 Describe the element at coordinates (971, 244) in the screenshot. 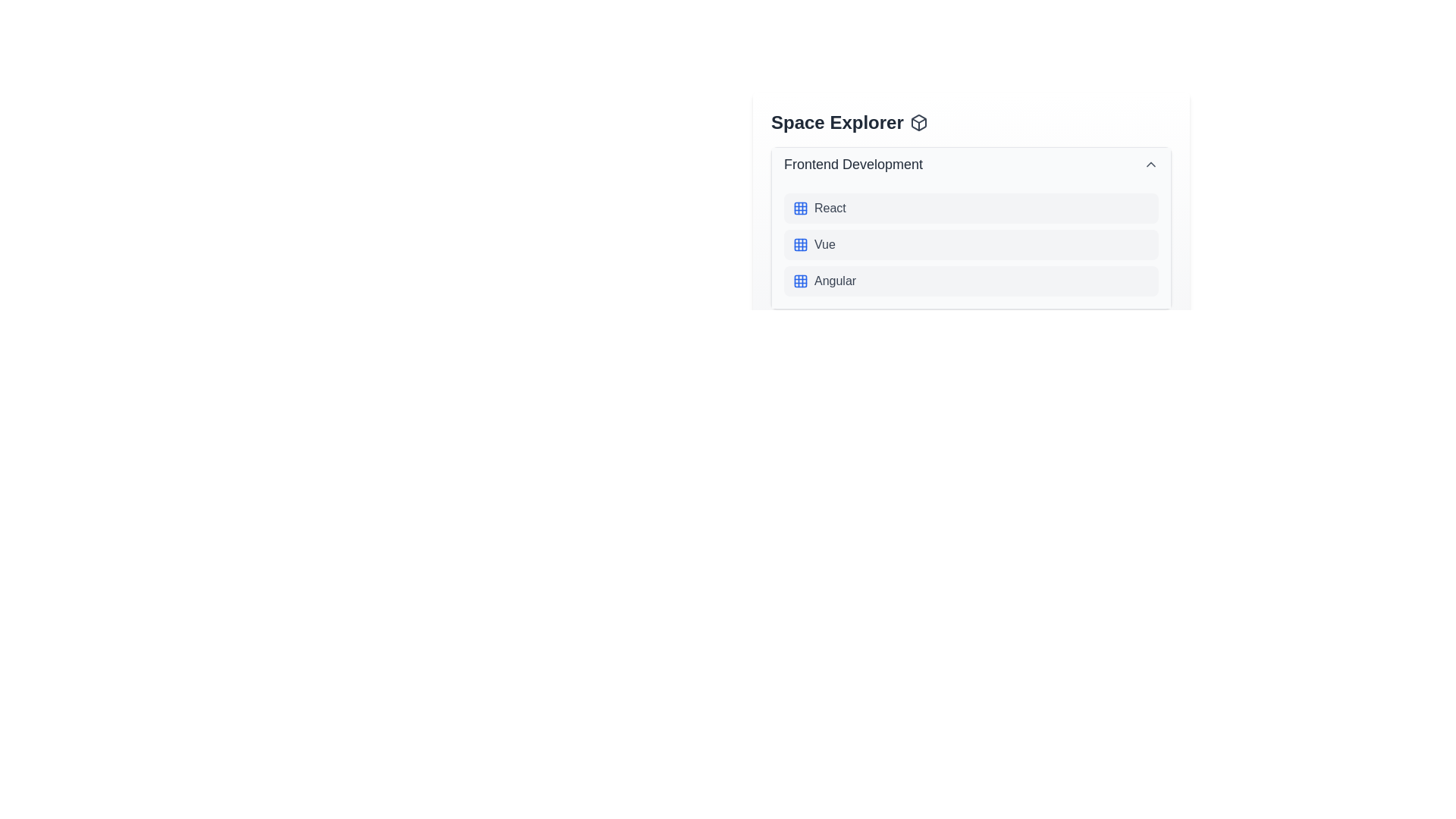

I see `the second item in the list styled as a button, representing the 'Vue' topic` at that location.